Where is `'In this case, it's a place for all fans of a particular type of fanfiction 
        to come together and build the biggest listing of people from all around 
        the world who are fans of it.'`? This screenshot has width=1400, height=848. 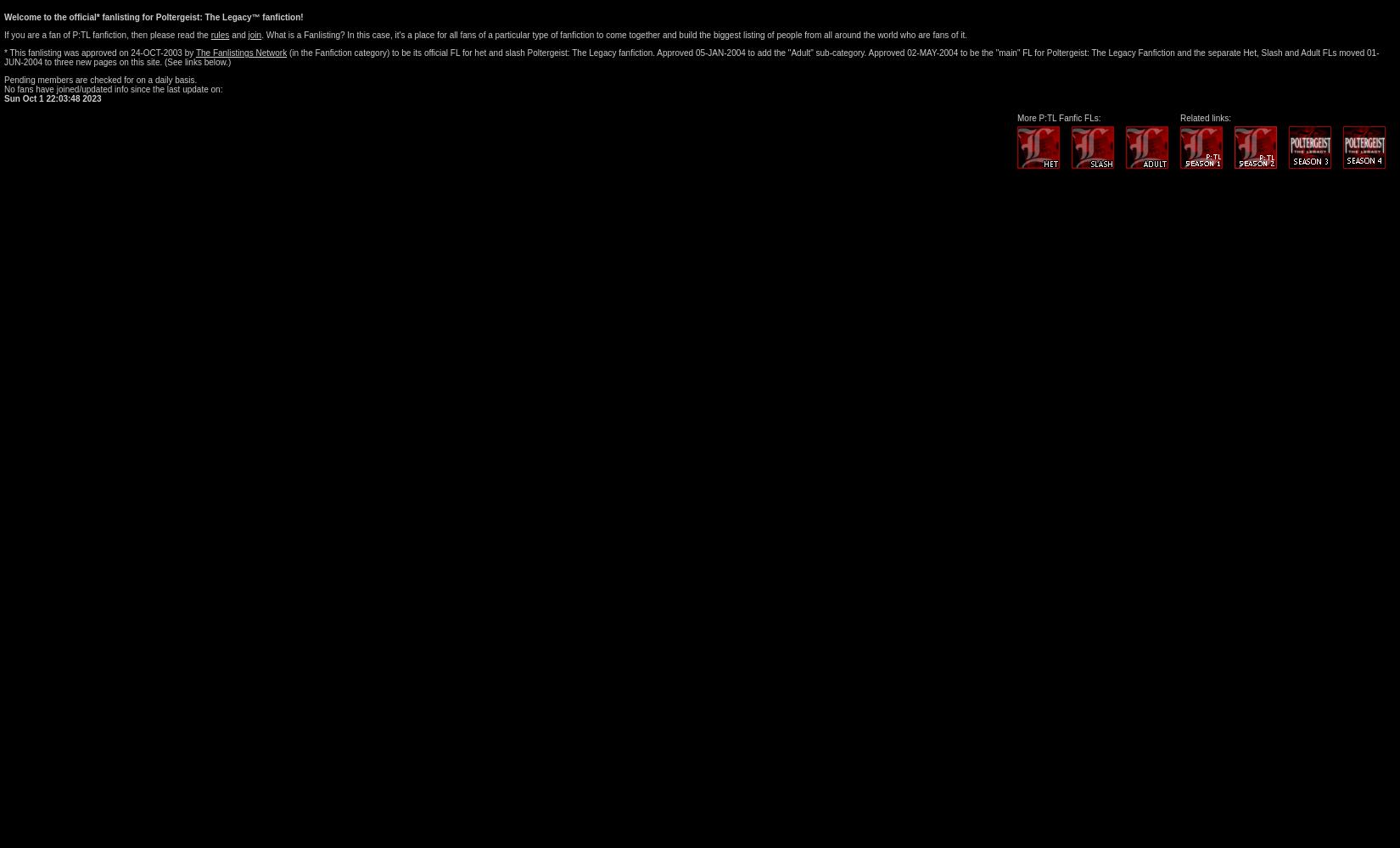
'In this case, it's a place for all fans of a particular type of fanfiction 
        to come together and build the biggest listing of people from all around 
        the world who are fans of it.' is located at coordinates (656, 35).